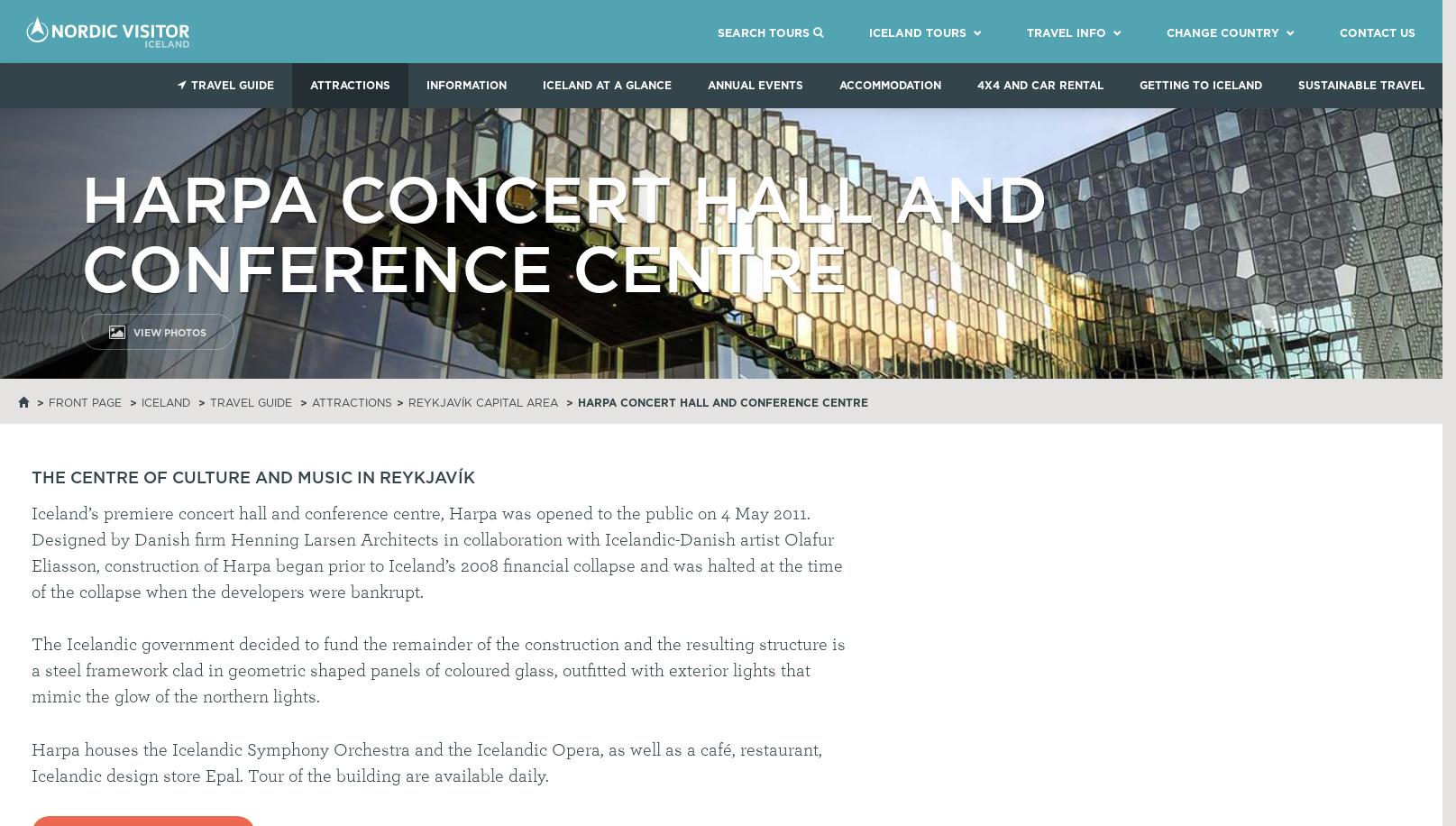 The height and width of the screenshot is (826, 1456). I want to click on 'Iceland Tours', so click(916, 32).